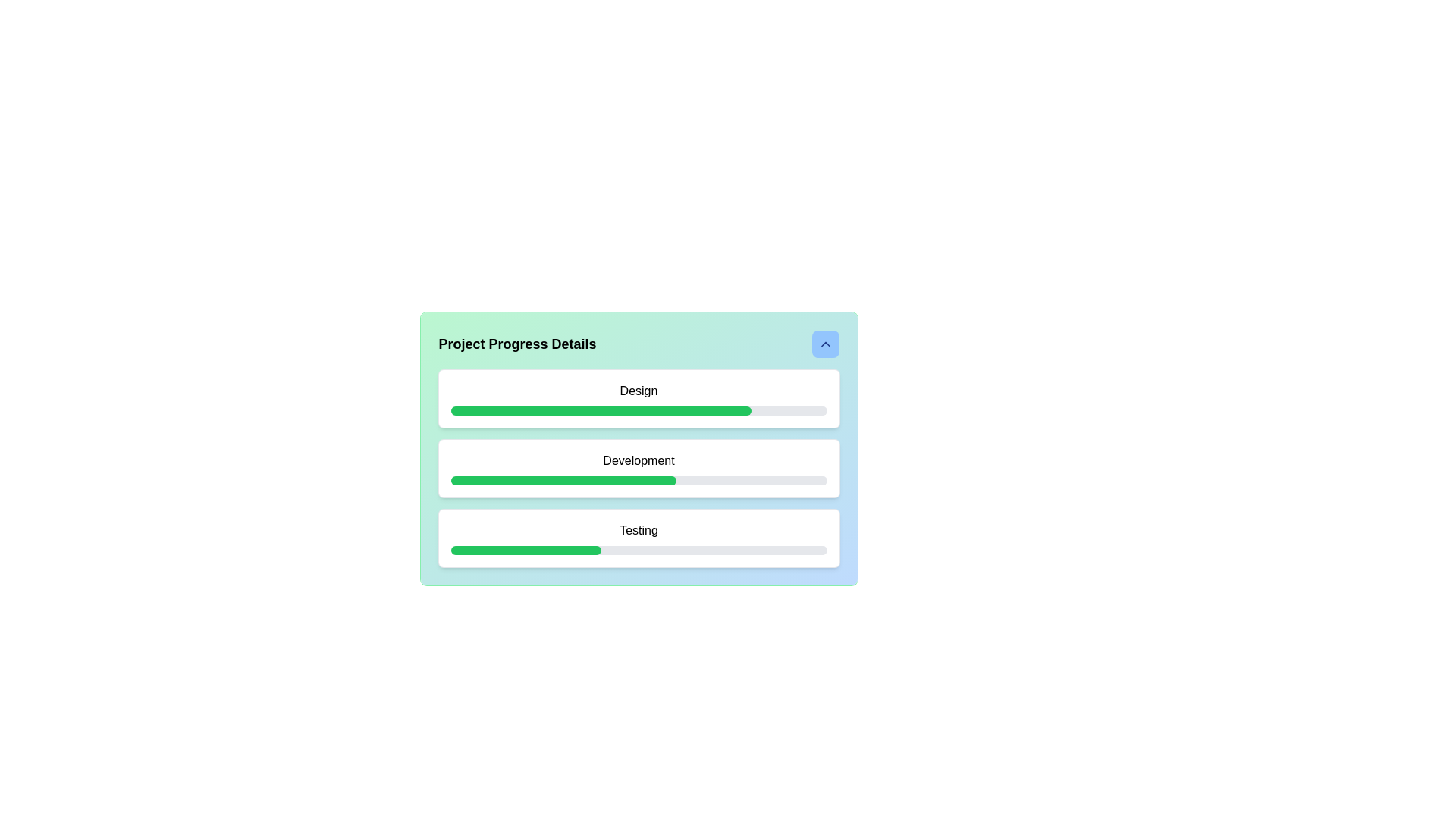 This screenshot has height=819, width=1456. Describe the element at coordinates (639, 397) in the screenshot. I see `the progress bar labeled 'Design' which is positioned at the top of the list of progress components, providing visual feedback on the current progress` at that location.